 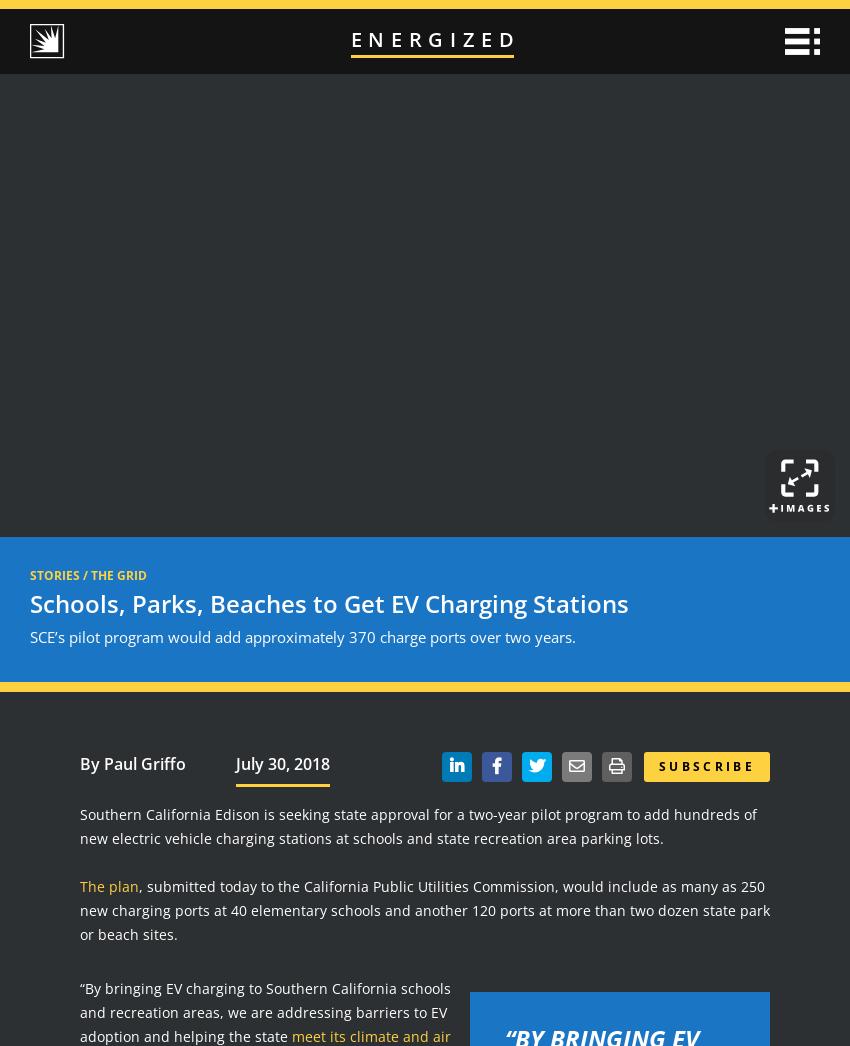 What do you see at coordinates (706, 764) in the screenshot?
I see `'Subscribe'` at bounding box center [706, 764].